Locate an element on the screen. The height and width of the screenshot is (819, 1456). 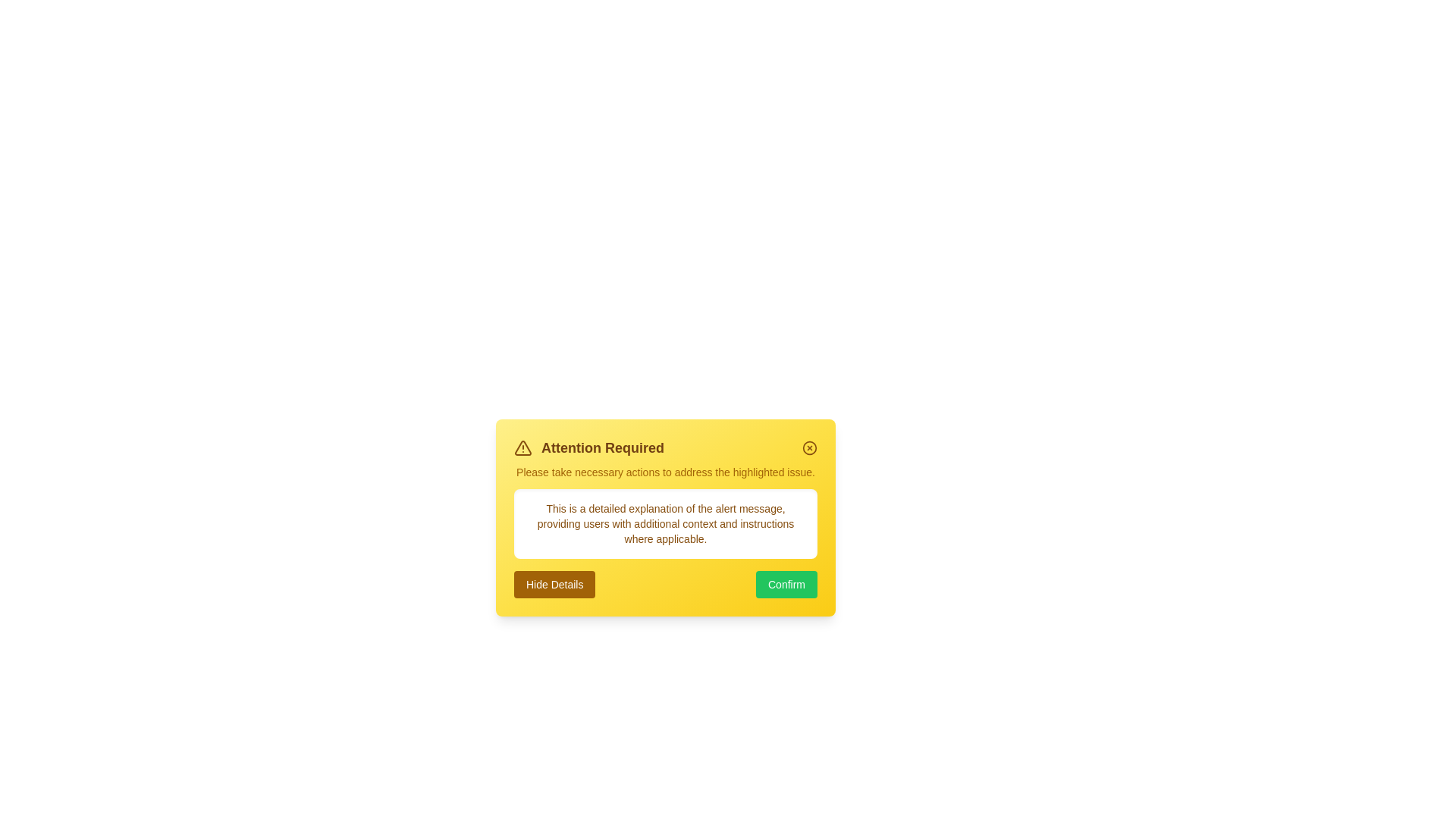
the 'Hide Details' button to toggle the visibility of the detailed explanation is located at coordinates (553, 584).